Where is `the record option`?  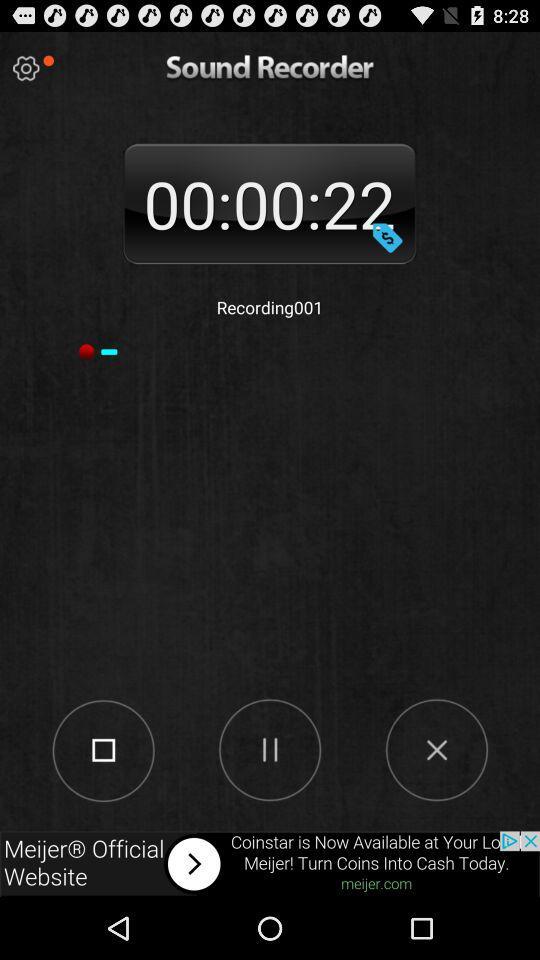
the record option is located at coordinates (103, 748).